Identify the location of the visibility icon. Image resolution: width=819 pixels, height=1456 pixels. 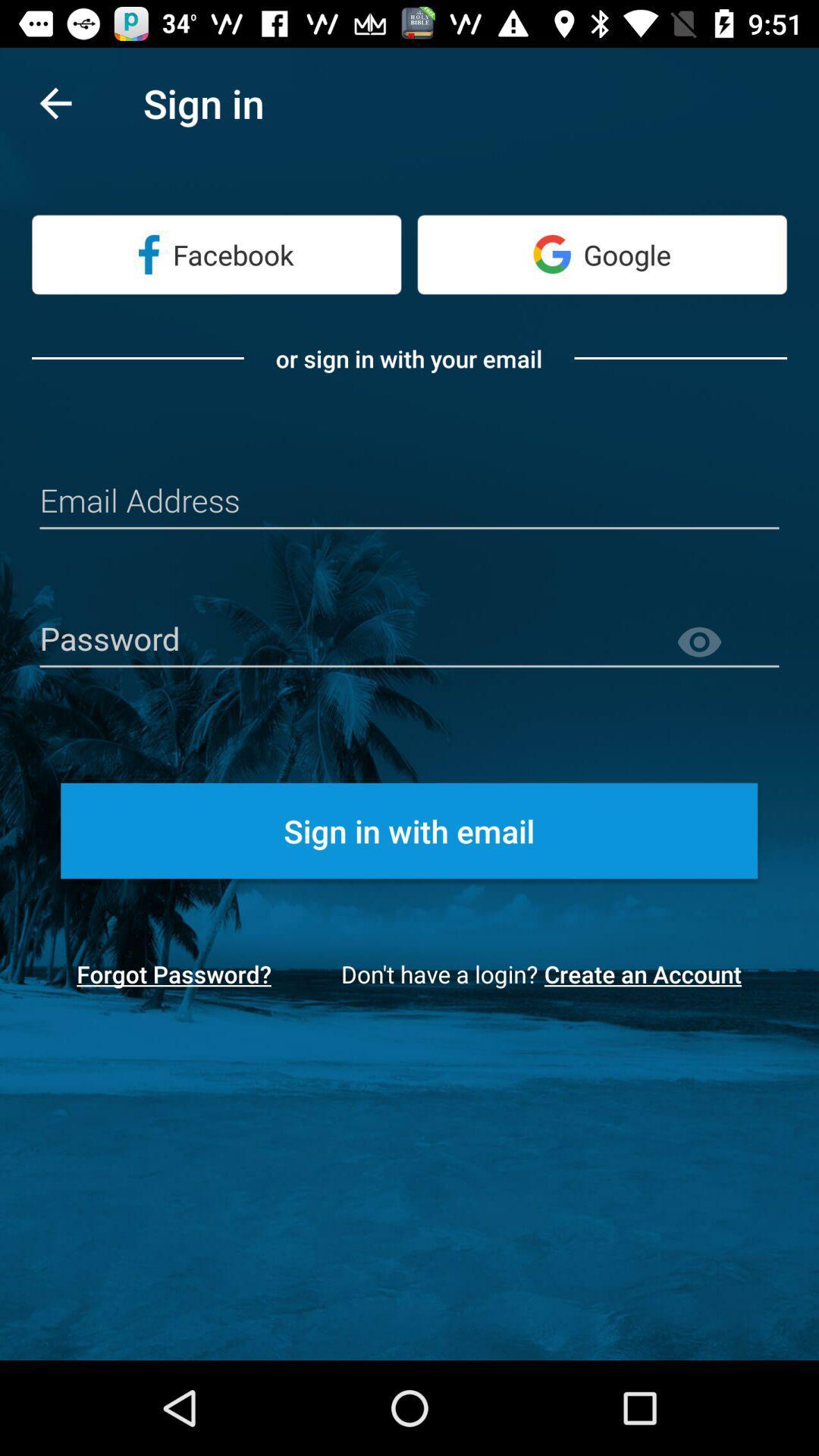
(726, 642).